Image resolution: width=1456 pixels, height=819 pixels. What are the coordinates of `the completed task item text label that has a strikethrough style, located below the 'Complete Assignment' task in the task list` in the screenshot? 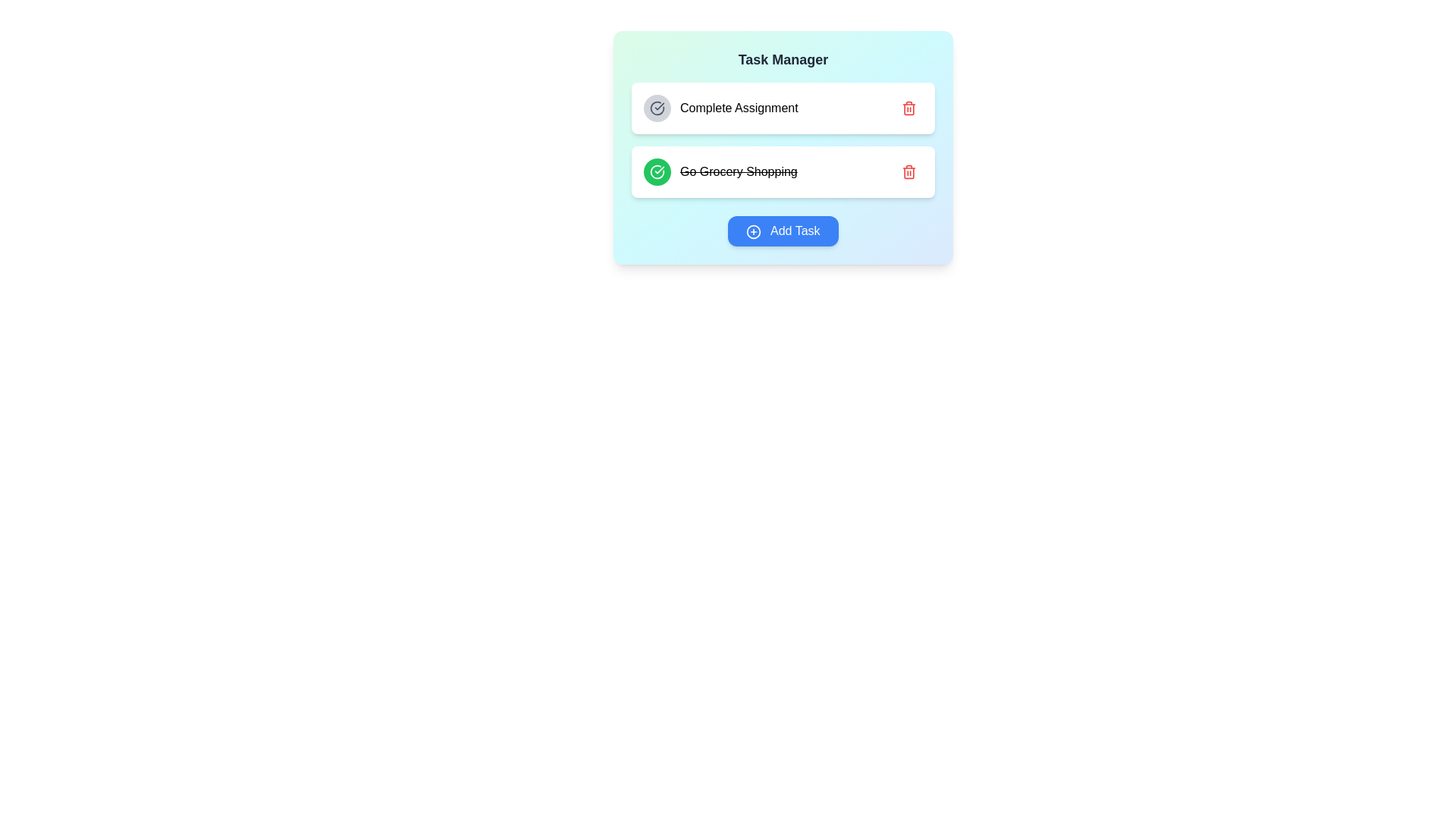 It's located at (739, 171).